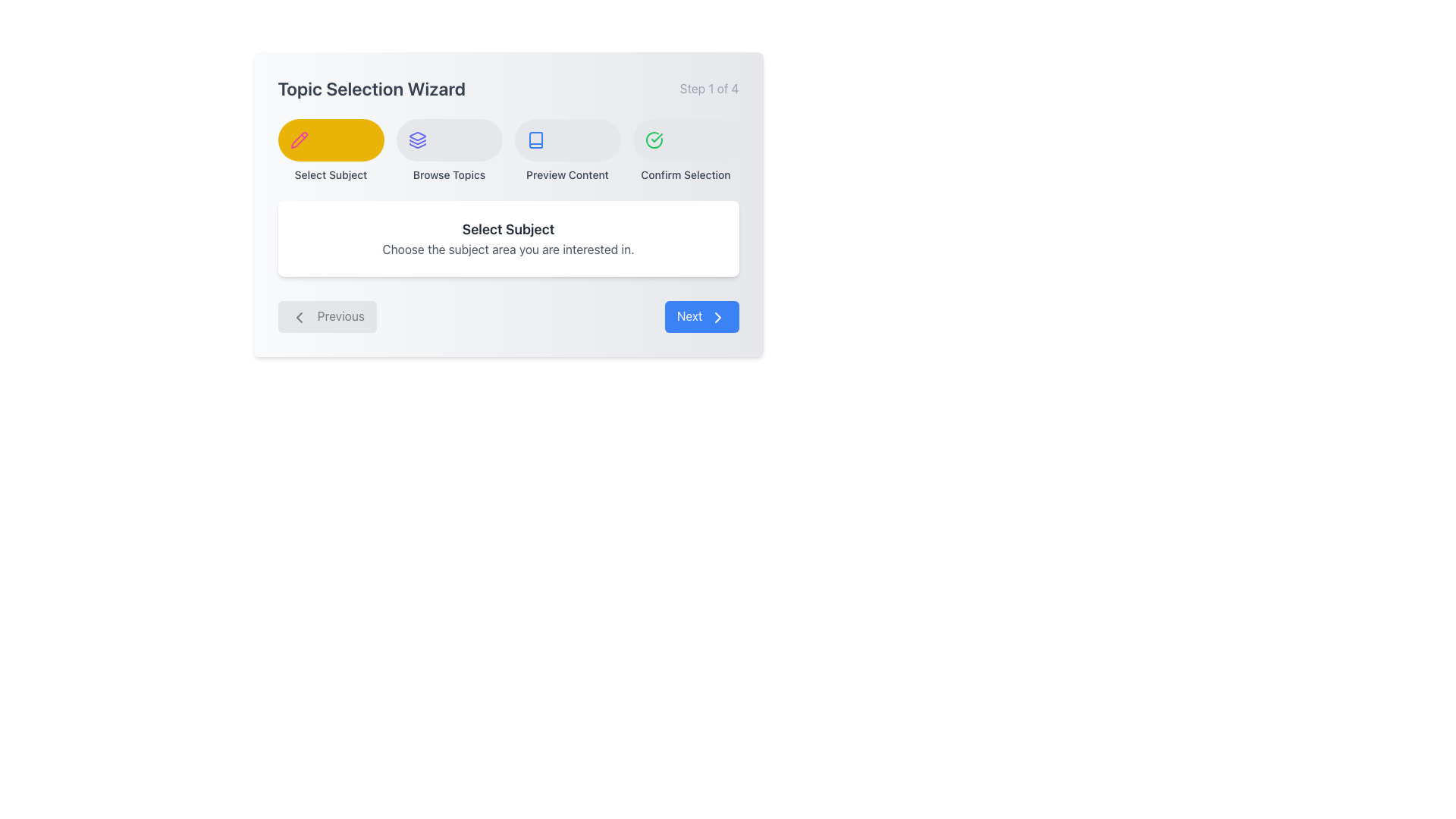 The image size is (1456, 819). Describe the element at coordinates (417, 140) in the screenshot. I see `the navigation icon for 'Browse Topics' located in the top navigation bar, second from the left` at that location.